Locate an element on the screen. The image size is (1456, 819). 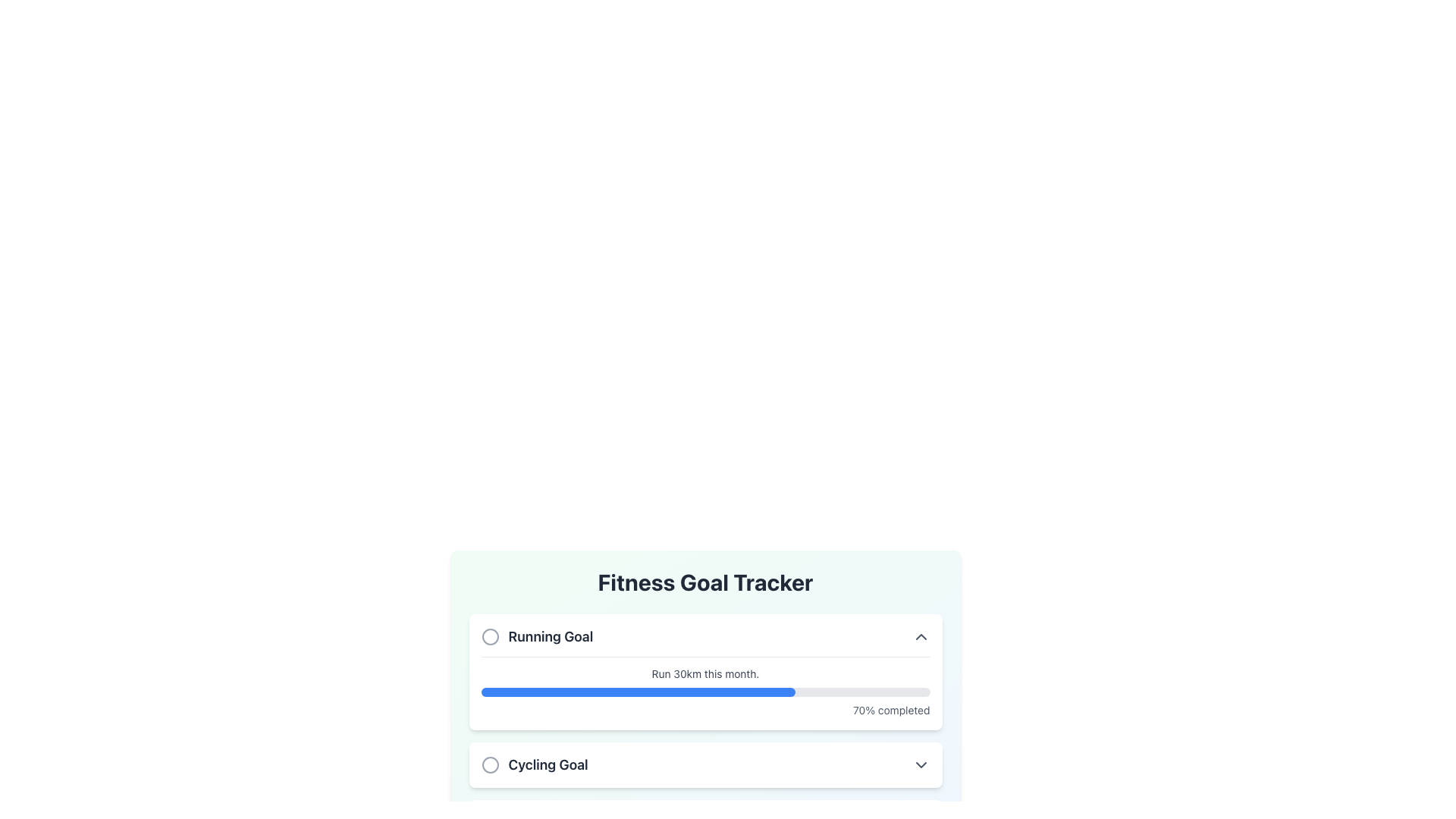
text from the descriptive label that provides information about the goal of running 30km this month, located under the 'Running Goal' heading and above the progress bar is located at coordinates (704, 673).